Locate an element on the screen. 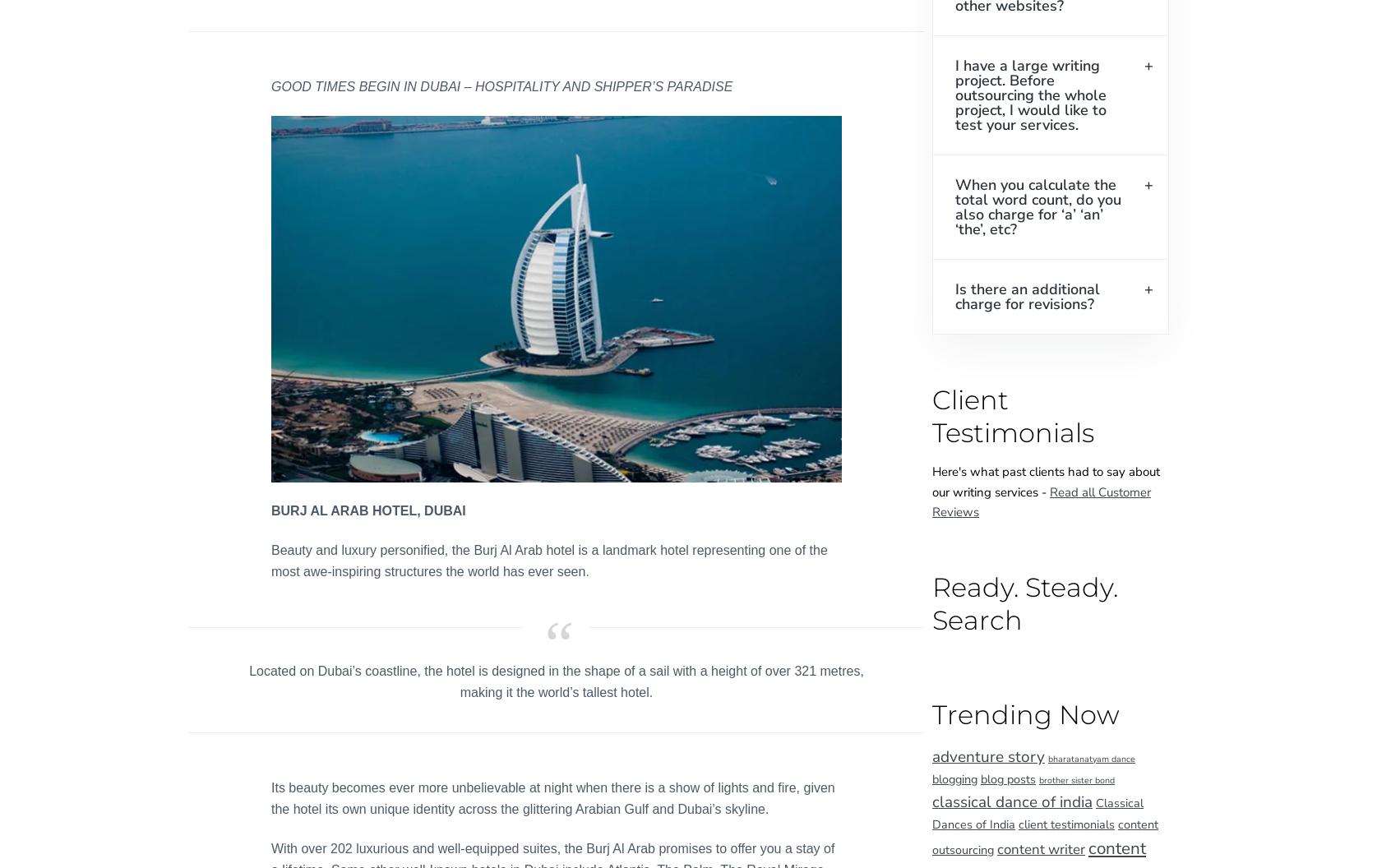 This screenshot has width=1391, height=868. 'brother sister bond' is located at coordinates (1075, 780).